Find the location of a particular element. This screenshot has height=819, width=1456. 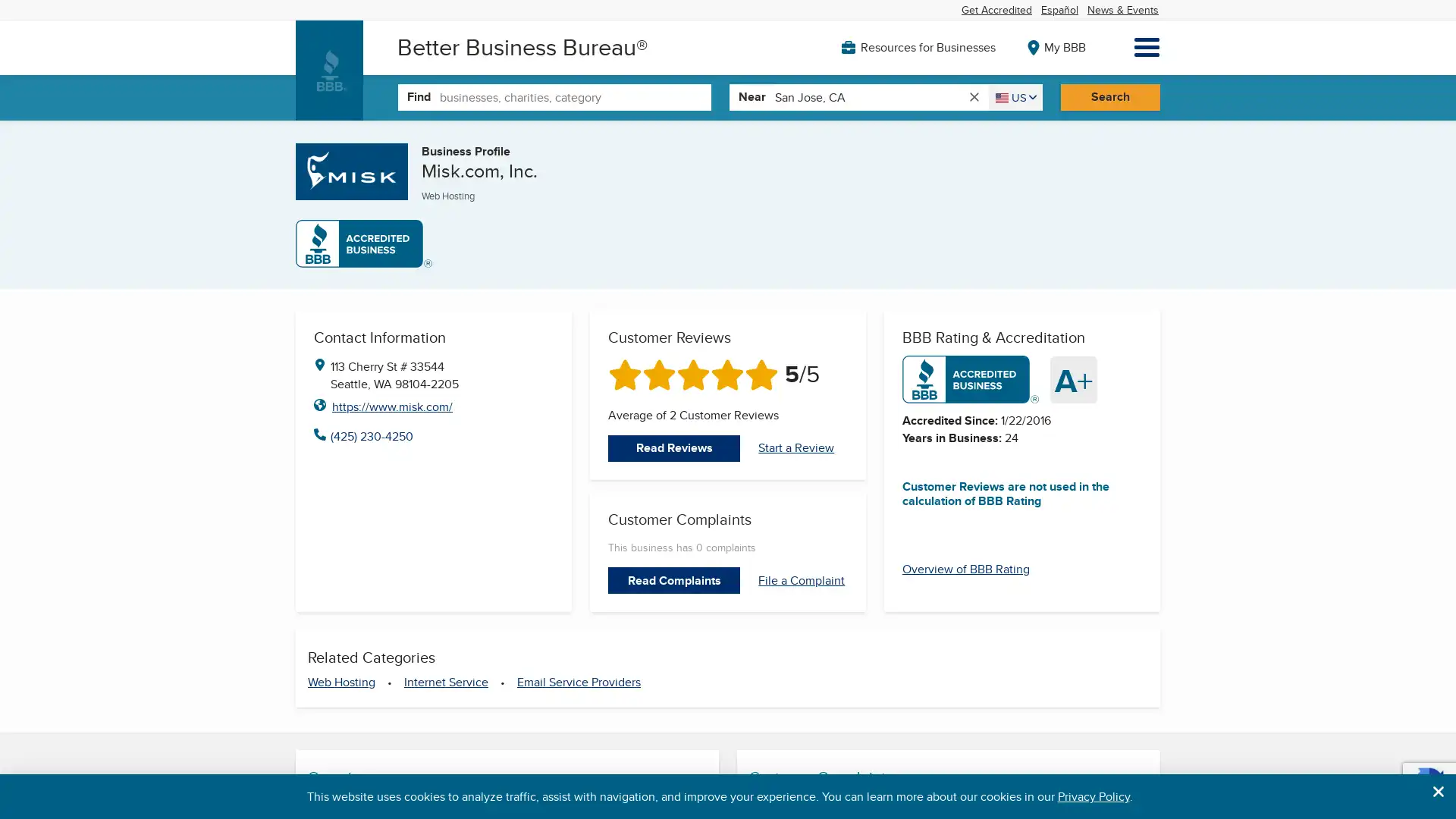

Search is located at coordinates (1109, 96).